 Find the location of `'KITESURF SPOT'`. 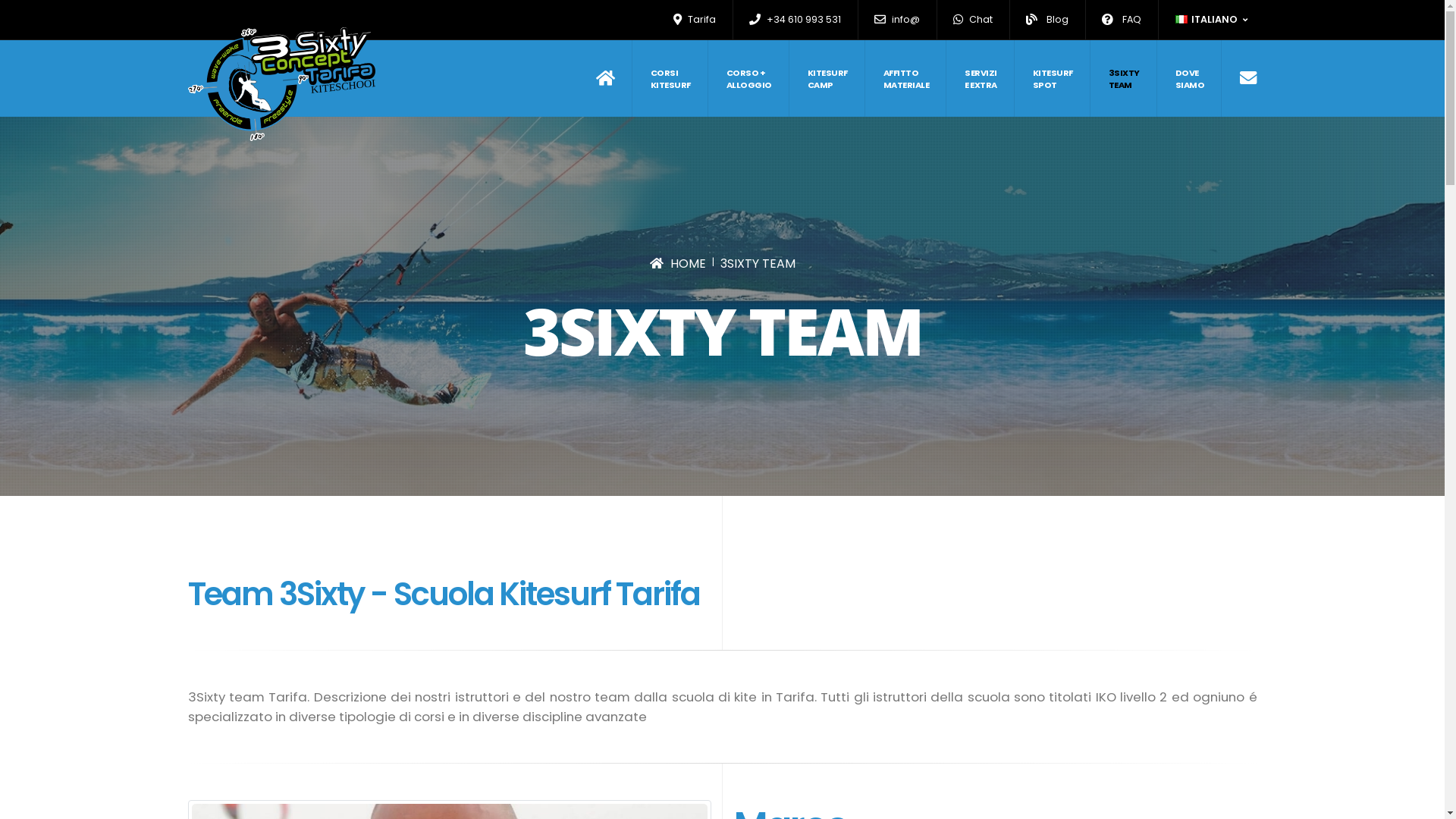

'KITESURF SPOT' is located at coordinates (1015, 78).